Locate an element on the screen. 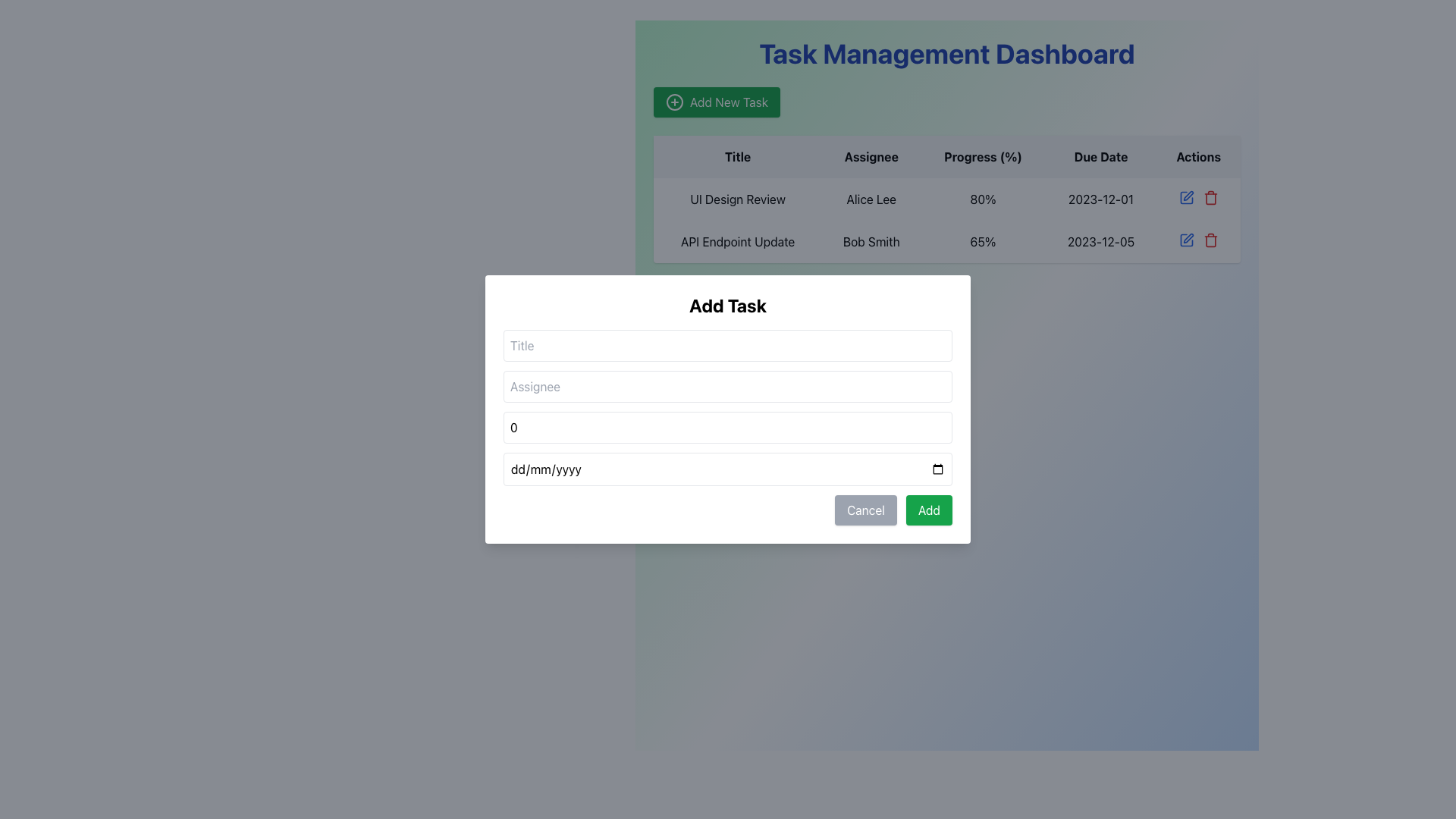 This screenshot has height=819, width=1456. the second row of the task table, which displays details about the task including title, assignee, progress, and due date, to trigger actions related to the task is located at coordinates (946, 241).